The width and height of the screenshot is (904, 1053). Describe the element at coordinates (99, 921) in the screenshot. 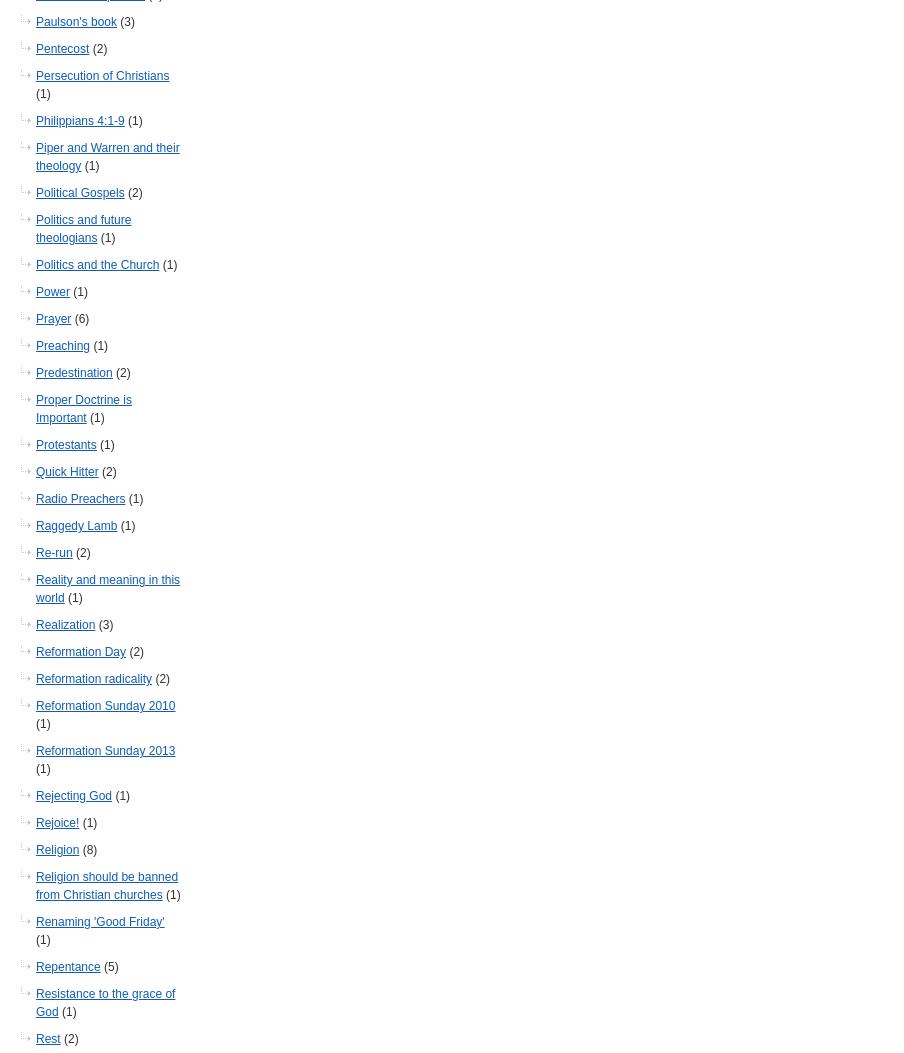

I see `'Renaming 'Good Friday''` at that location.